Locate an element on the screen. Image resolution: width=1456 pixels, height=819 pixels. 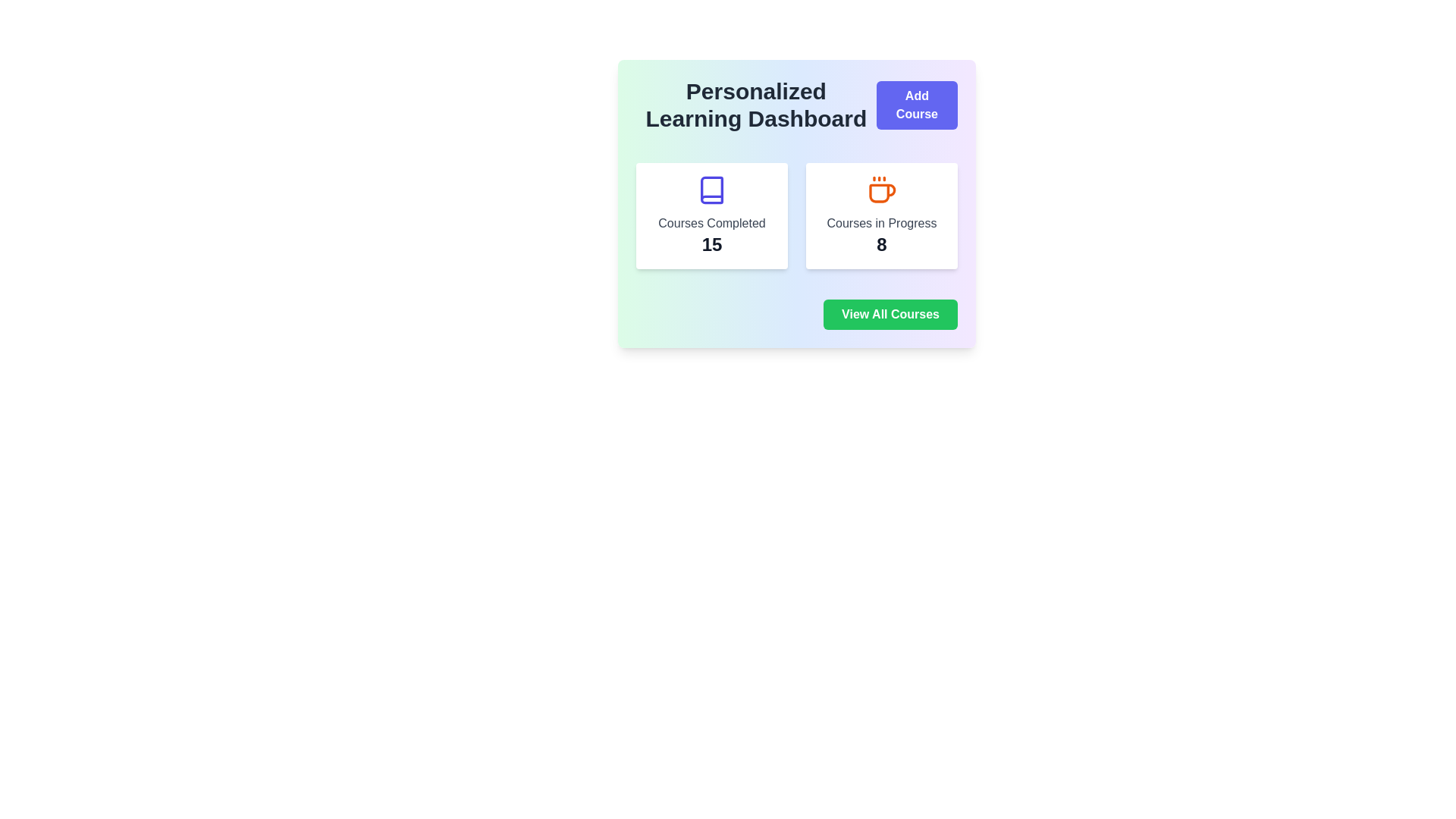
the book-shaped icon outlined in indigo, located within the 'Courses Completed' card, positioned to the left of the 'Courses in Progress' card is located at coordinates (711, 189).